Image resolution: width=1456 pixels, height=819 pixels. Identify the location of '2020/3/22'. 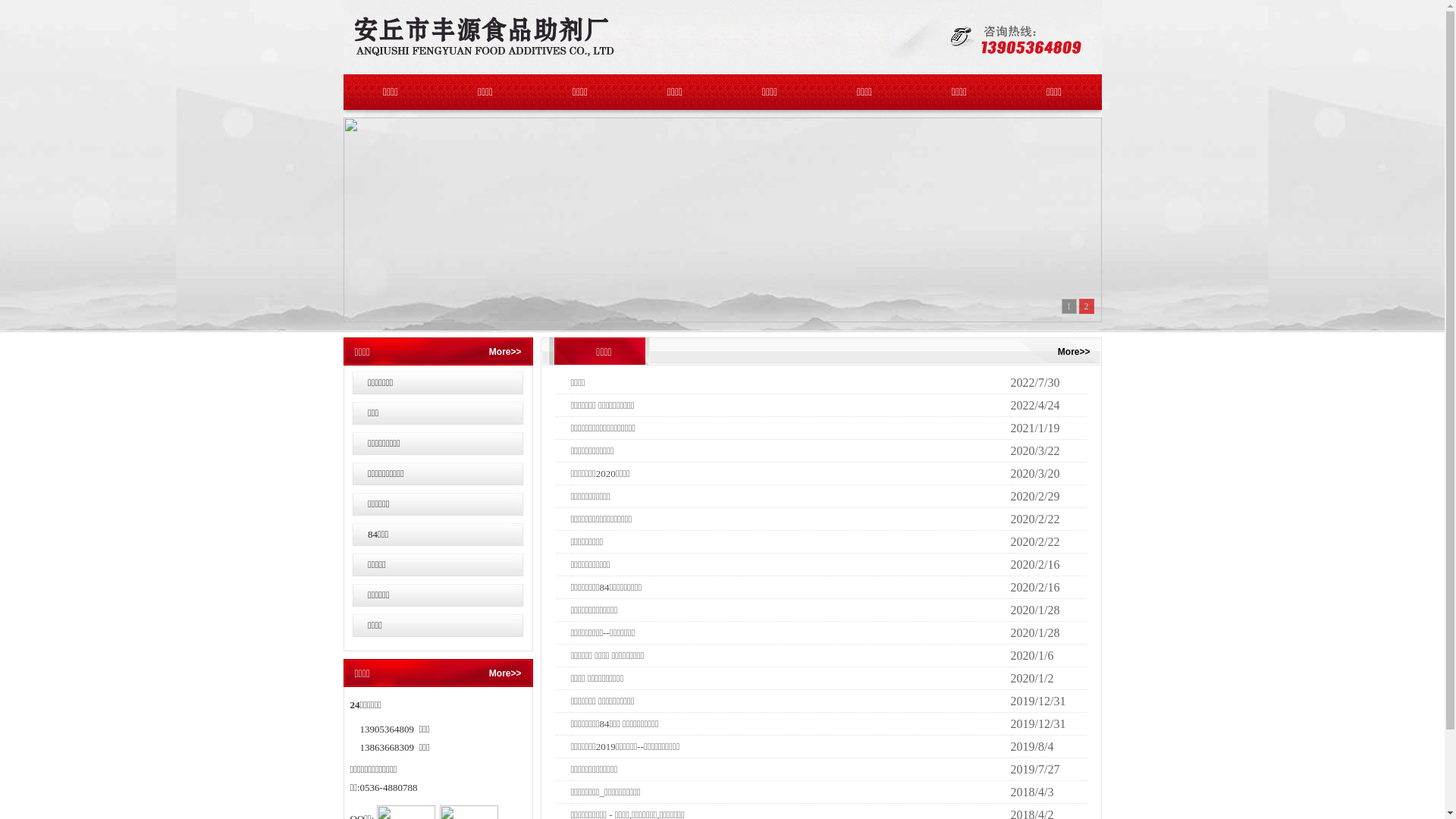
(1009, 450).